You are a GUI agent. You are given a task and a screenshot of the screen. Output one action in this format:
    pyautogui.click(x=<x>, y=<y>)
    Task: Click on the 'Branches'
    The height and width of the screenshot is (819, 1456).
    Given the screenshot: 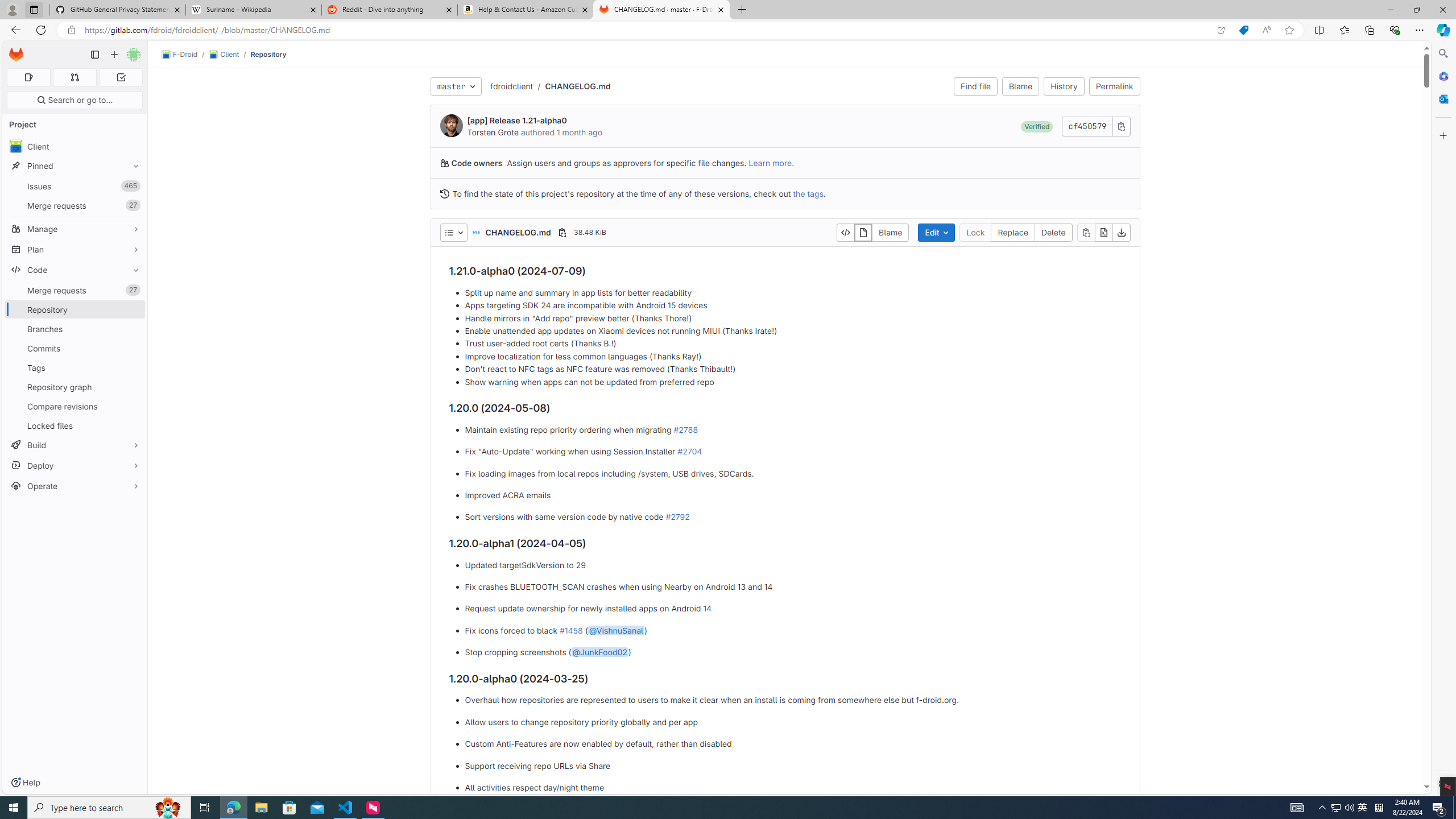 What is the action you would take?
    pyautogui.click(x=74, y=329)
    